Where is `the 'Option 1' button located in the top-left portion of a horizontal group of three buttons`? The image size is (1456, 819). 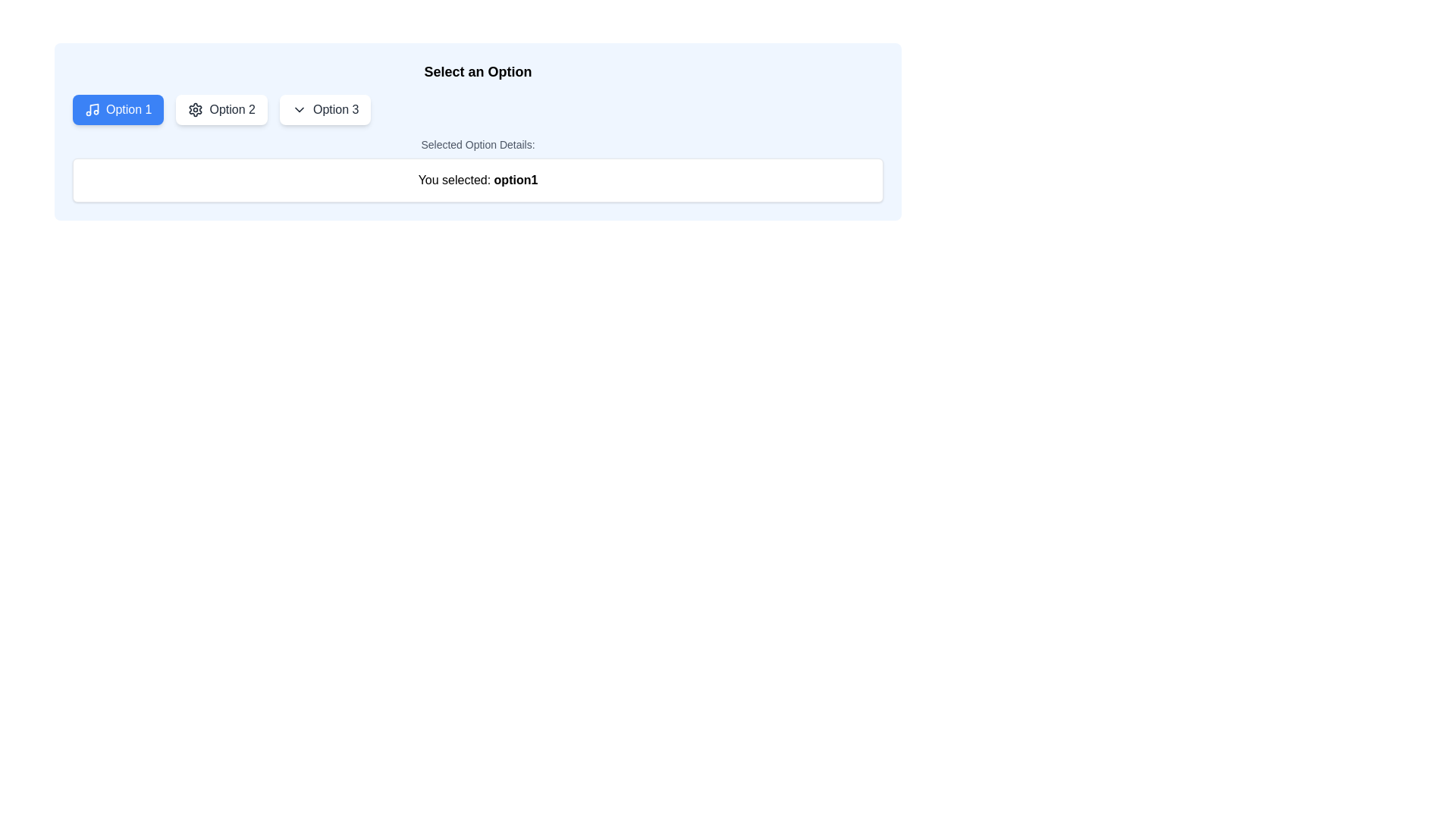 the 'Option 1' button located in the top-left portion of a horizontal group of three buttons is located at coordinates (118, 109).